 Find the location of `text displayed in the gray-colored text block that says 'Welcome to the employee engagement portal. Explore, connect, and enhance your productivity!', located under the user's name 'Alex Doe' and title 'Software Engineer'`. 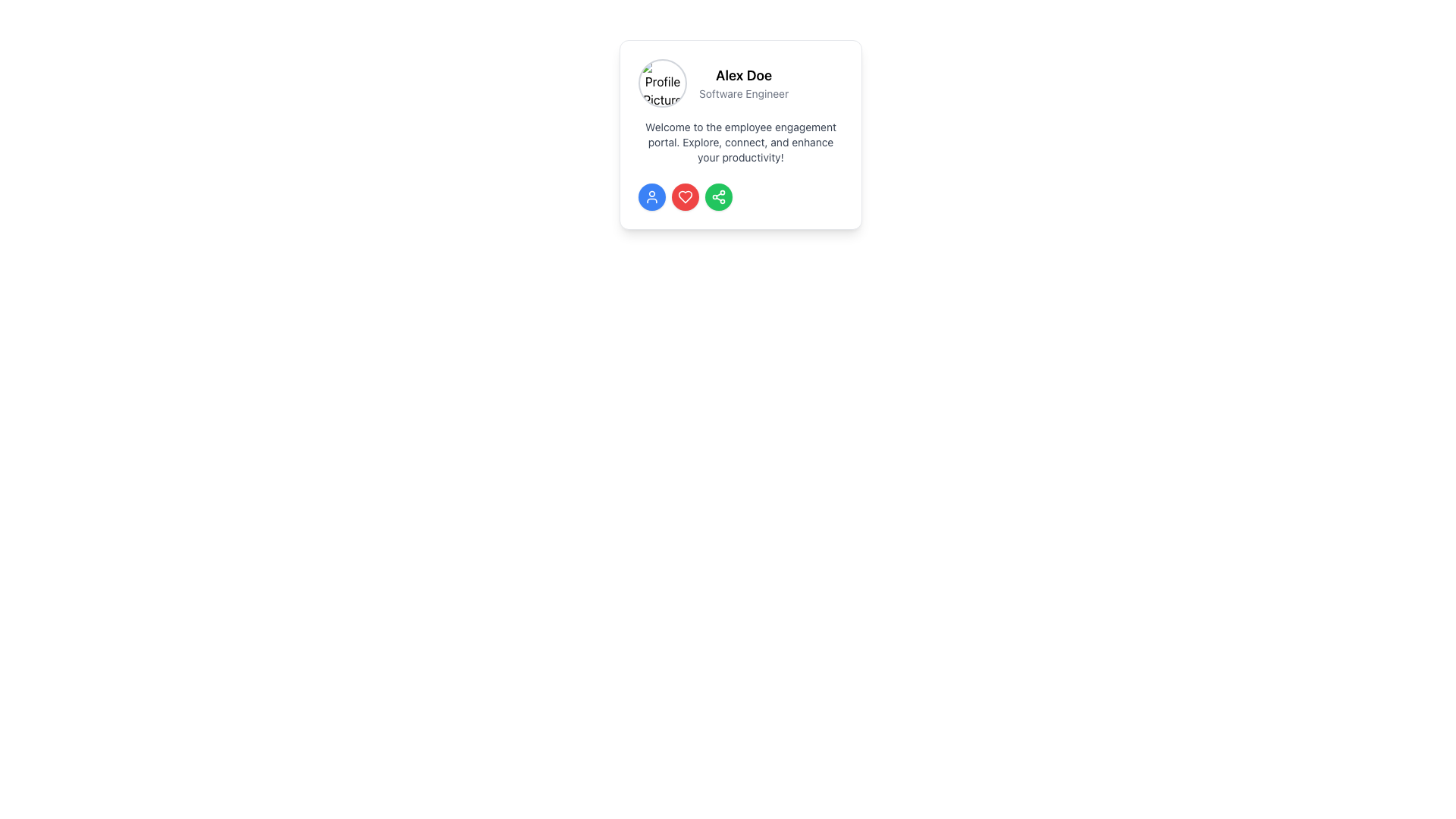

text displayed in the gray-colored text block that says 'Welcome to the employee engagement portal. Explore, connect, and enhance your productivity!', located under the user's name 'Alex Doe' and title 'Software Engineer' is located at coordinates (741, 143).